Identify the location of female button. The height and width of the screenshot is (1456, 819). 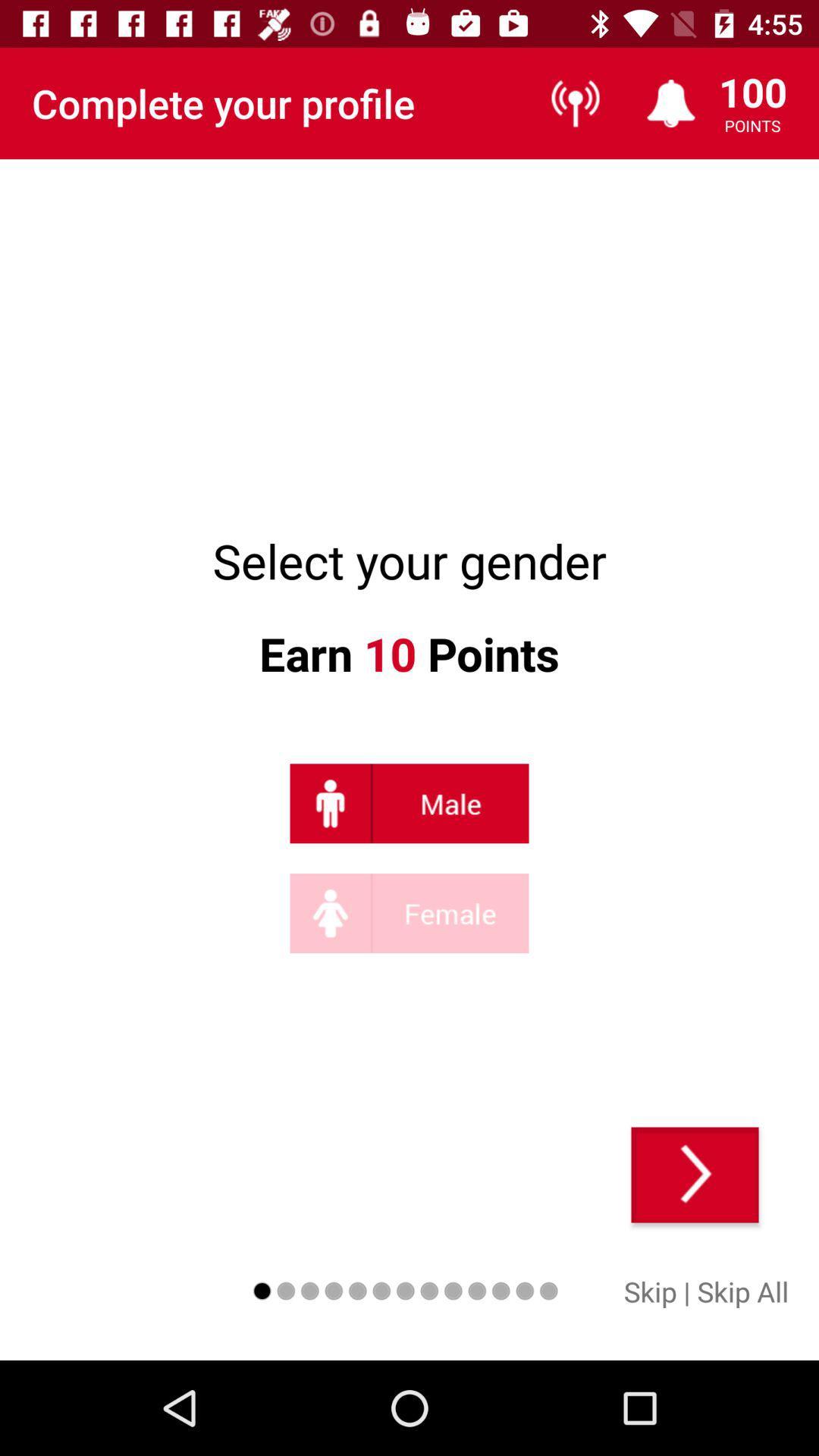
(409, 912).